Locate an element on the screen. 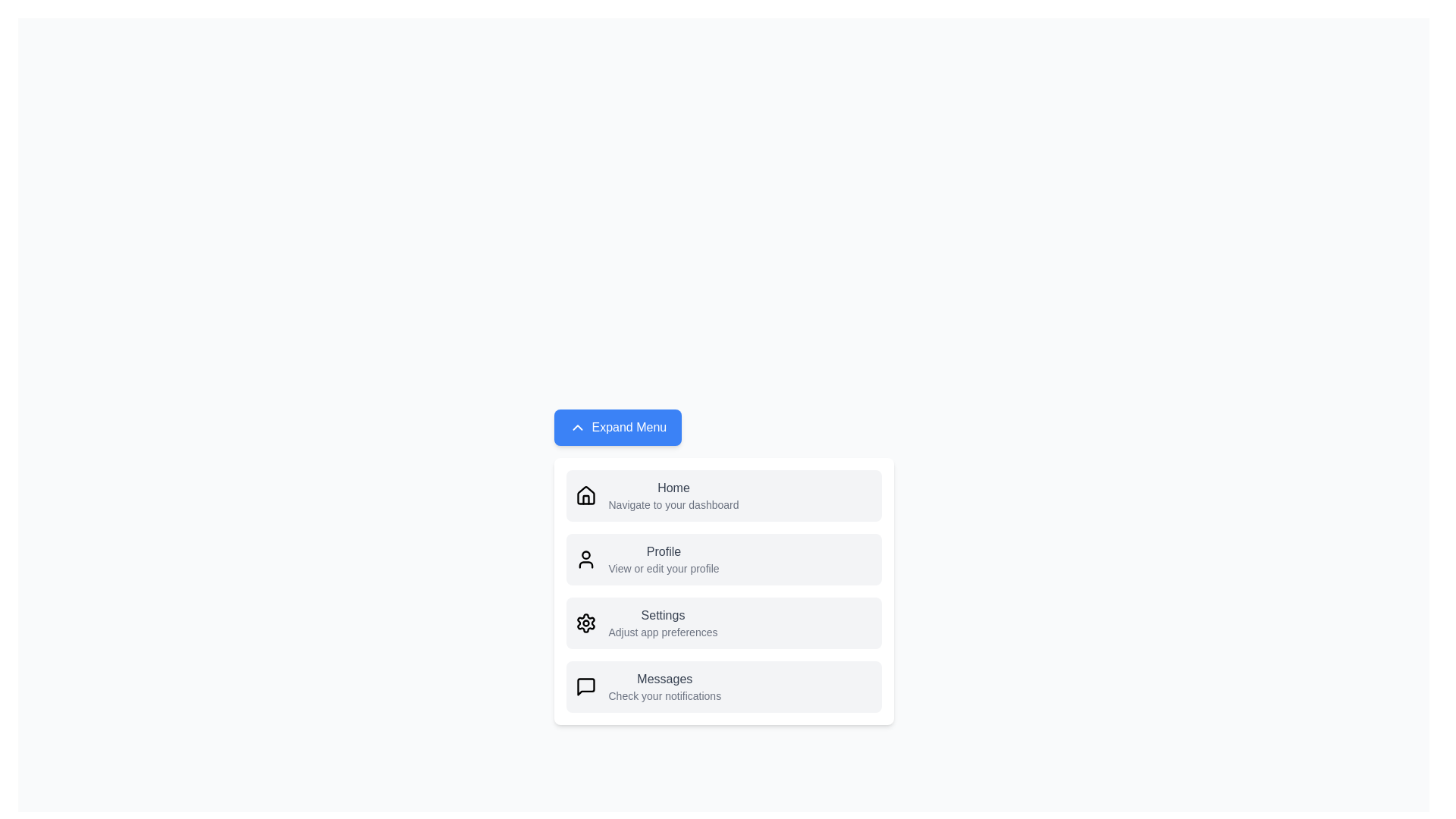 The height and width of the screenshot is (819, 1456). the 'Messages' action in the EnhancedSpeedDial component is located at coordinates (723, 687).